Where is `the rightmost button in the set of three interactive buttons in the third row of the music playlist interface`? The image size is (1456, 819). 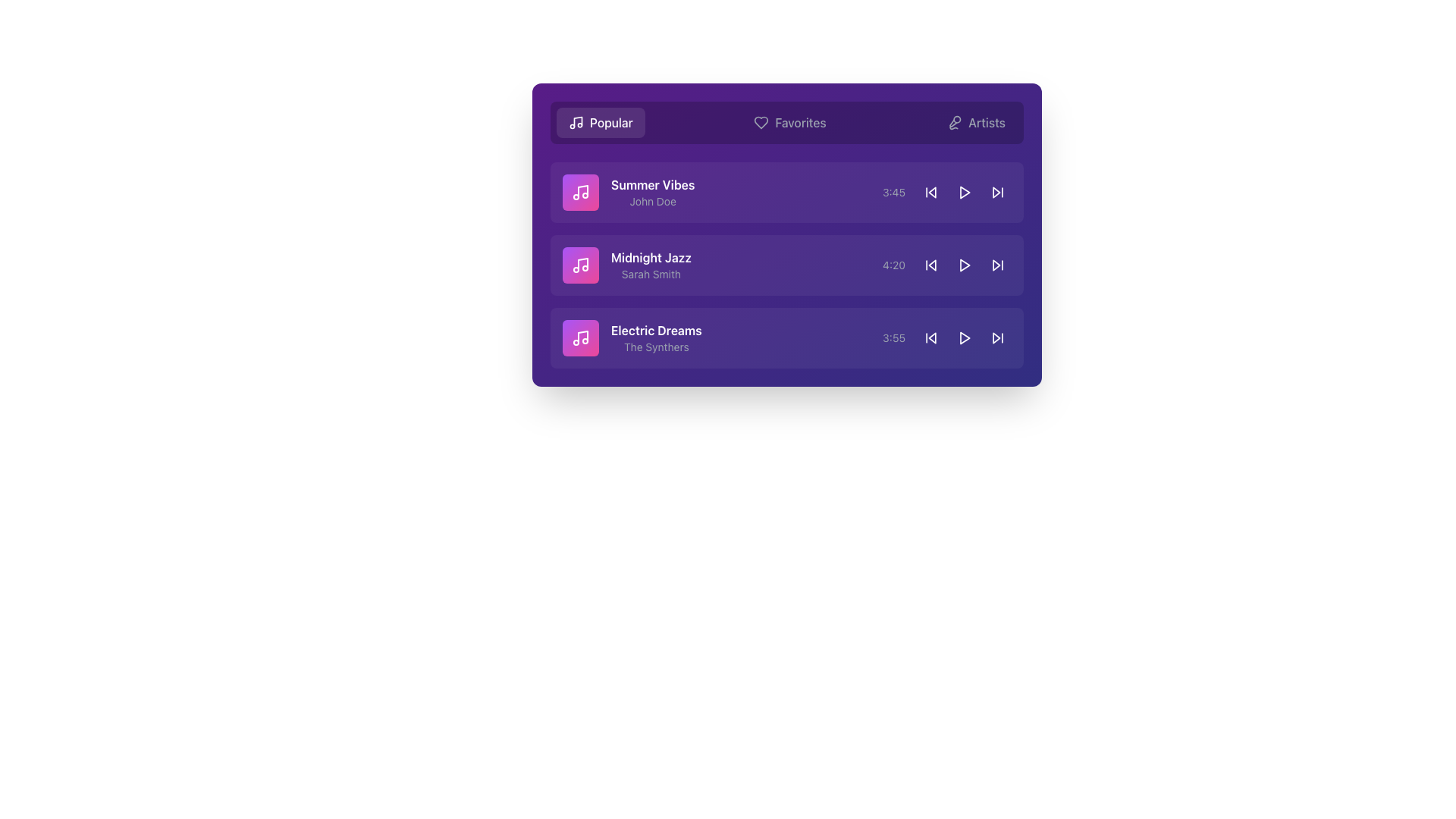 the rightmost button in the set of three interactive buttons in the third row of the music playlist interface is located at coordinates (997, 337).